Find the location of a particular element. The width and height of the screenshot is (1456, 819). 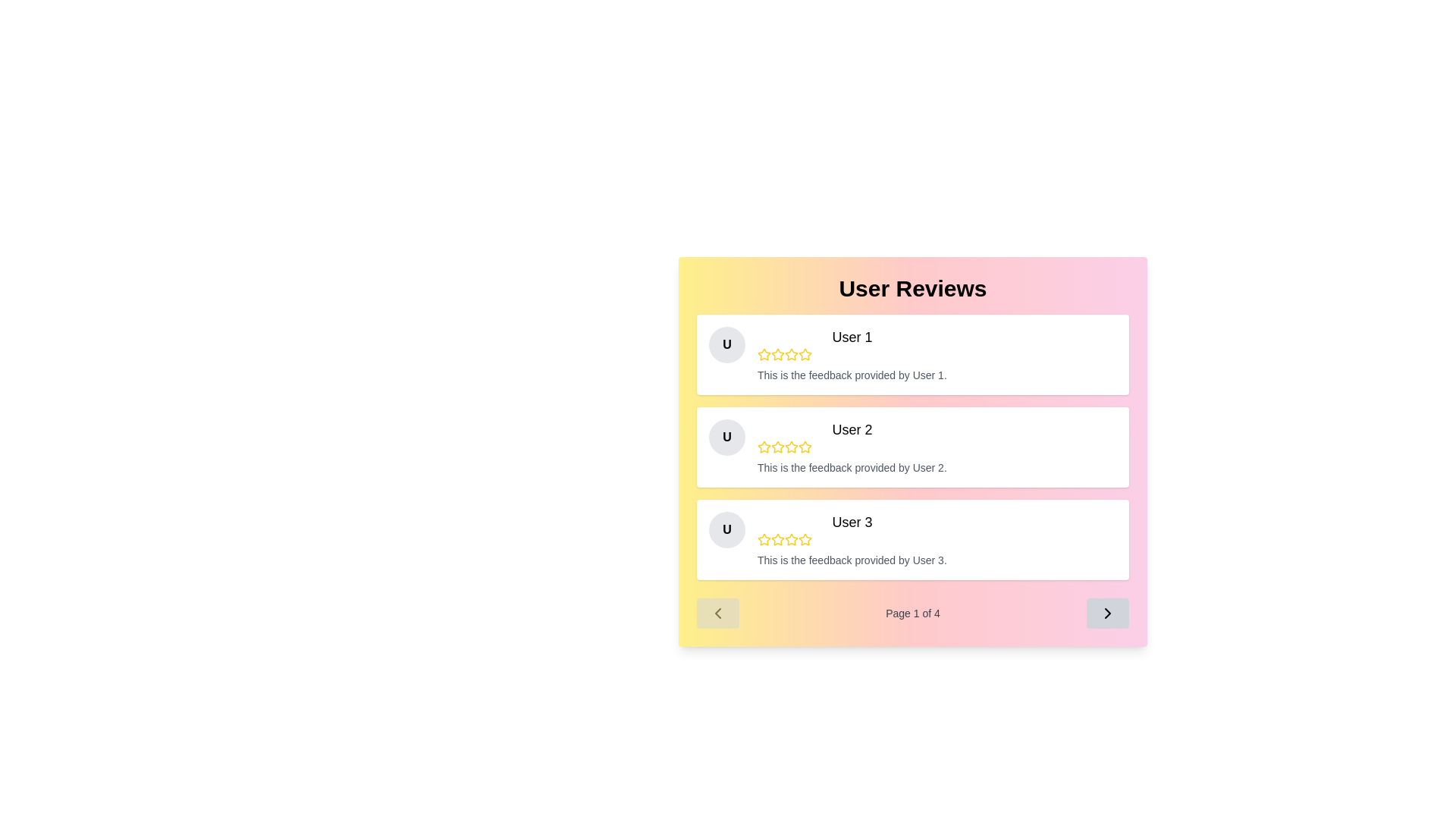

the third star icon in the star rating interface located in the 'User 3' review card is located at coordinates (764, 539).